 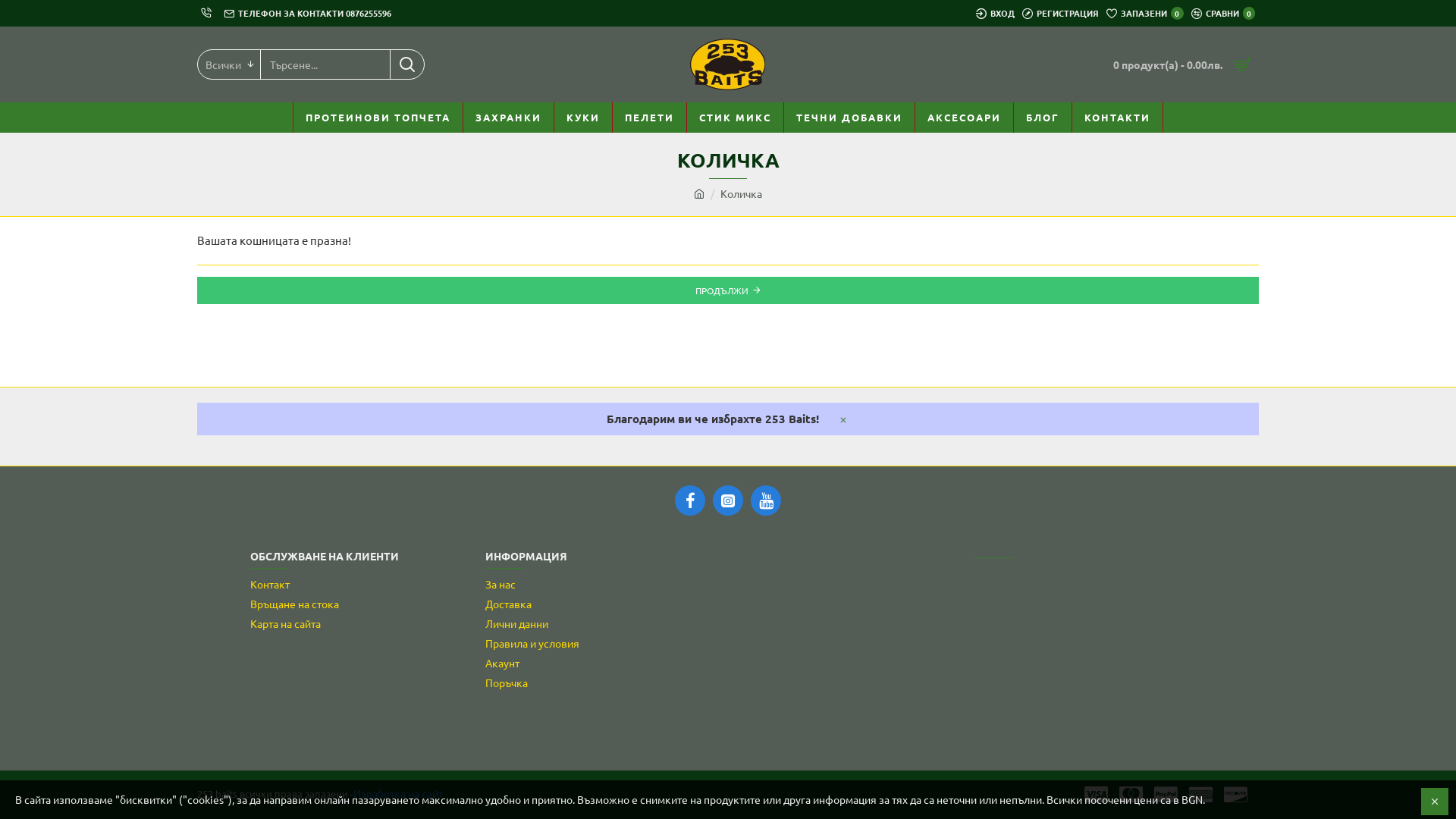 What do you see at coordinates (728, 63) in the screenshot?
I see `'253 Baits'` at bounding box center [728, 63].